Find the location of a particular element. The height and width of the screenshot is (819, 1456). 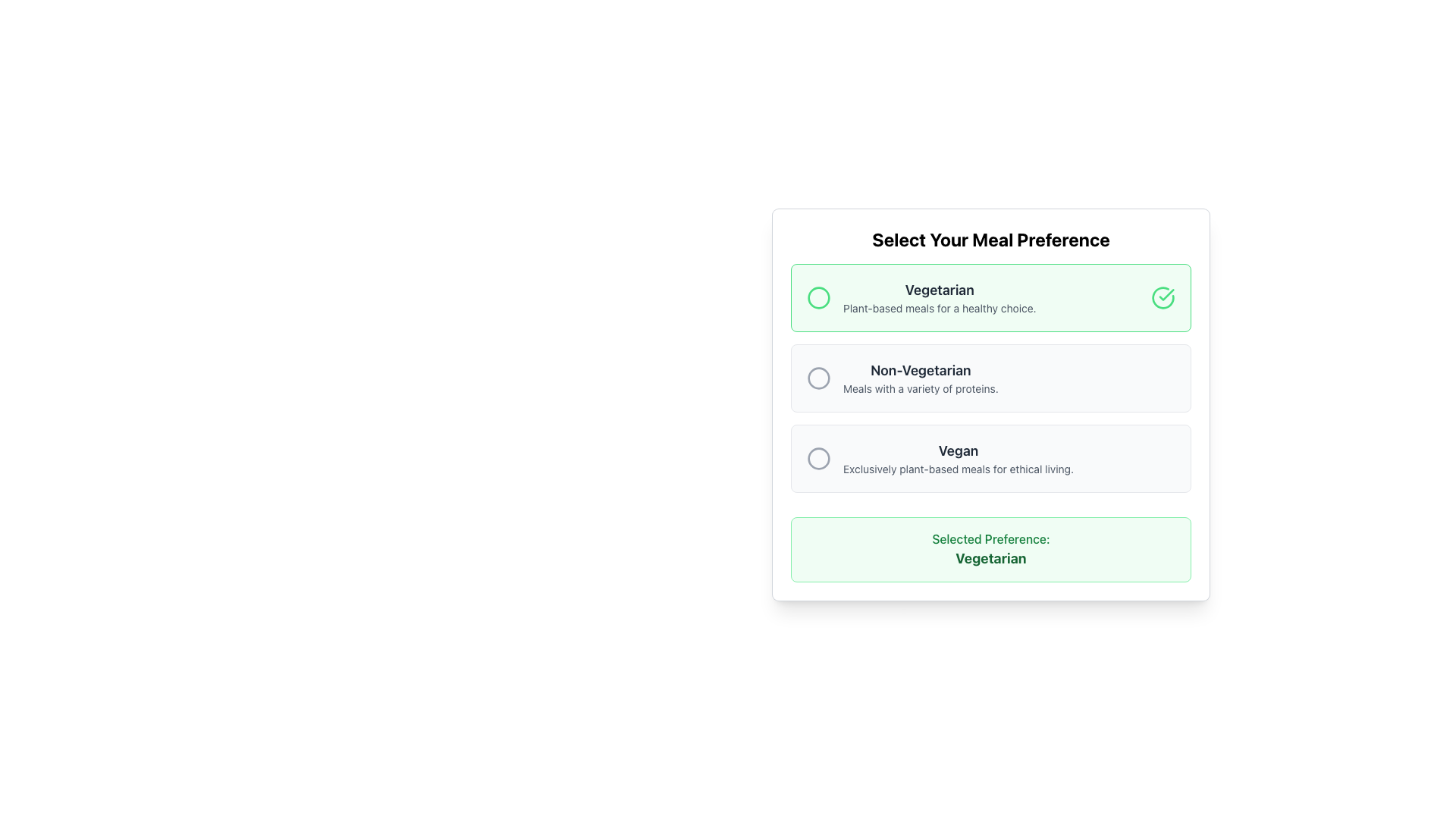

the Text Label that indicates the context of the selected meal preference, positioned at the bottom of the form above the 'Vegetarian' choice is located at coordinates (990, 538).